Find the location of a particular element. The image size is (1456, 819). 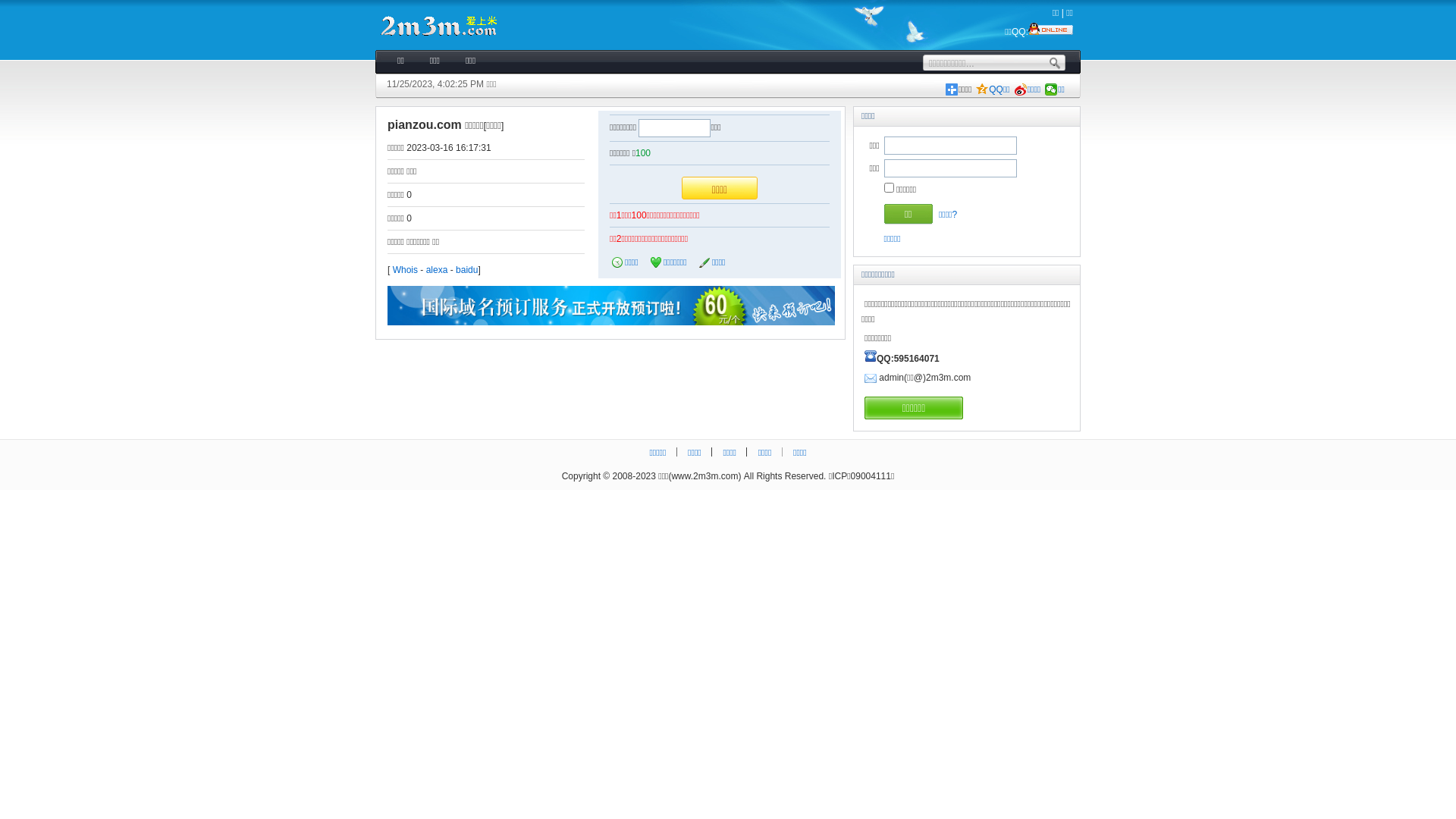

'Whois' is located at coordinates (405, 268).